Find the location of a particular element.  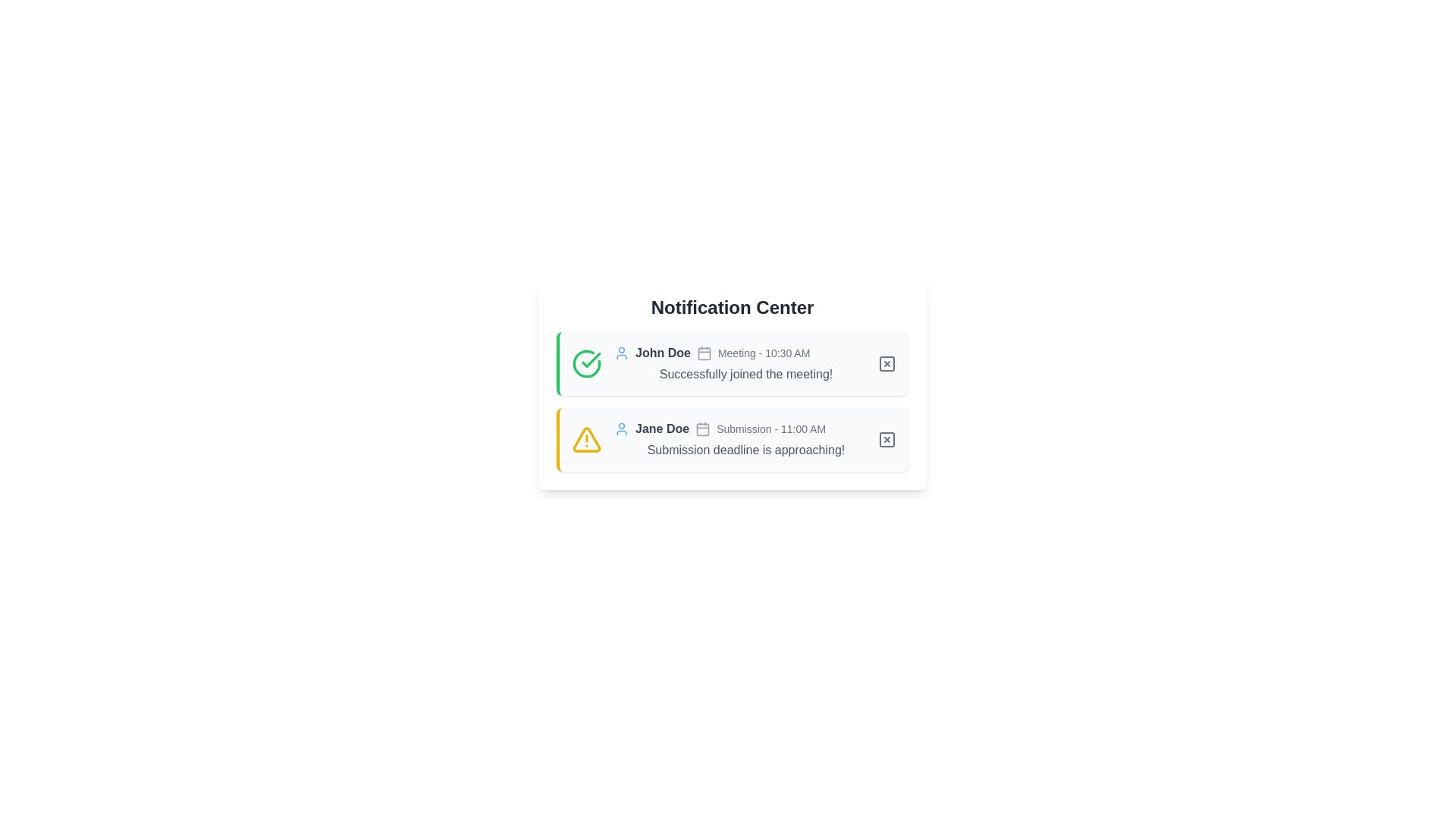

the green circular icon with a white checkmark located in the first notification box, adjacent to the text 'John Doe' is located at coordinates (585, 363).